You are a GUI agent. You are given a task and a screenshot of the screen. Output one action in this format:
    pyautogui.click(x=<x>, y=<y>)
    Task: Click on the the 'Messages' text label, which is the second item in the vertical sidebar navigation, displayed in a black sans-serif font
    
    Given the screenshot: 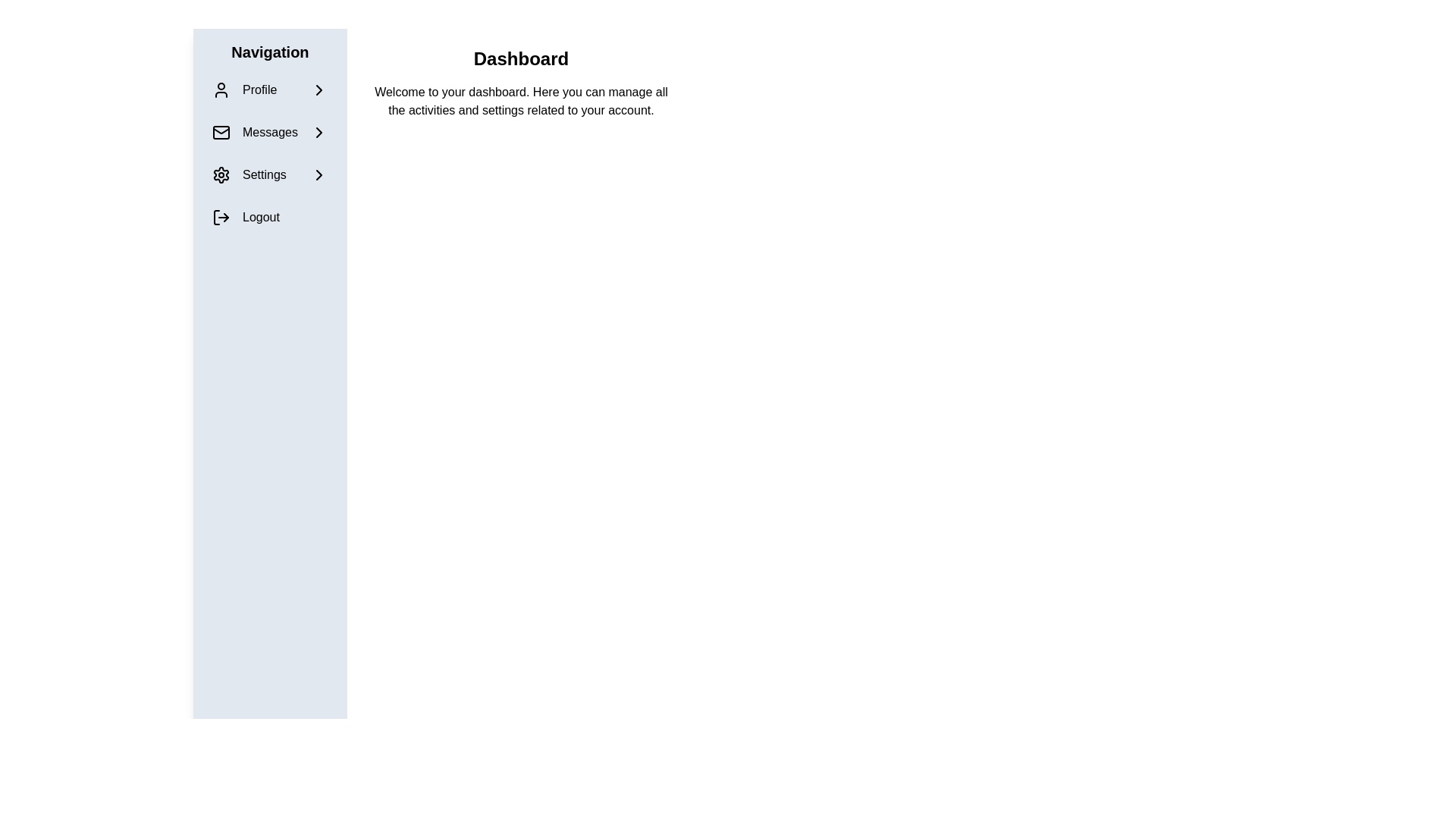 What is the action you would take?
    pyautogui.click(x=270, y=131)
    